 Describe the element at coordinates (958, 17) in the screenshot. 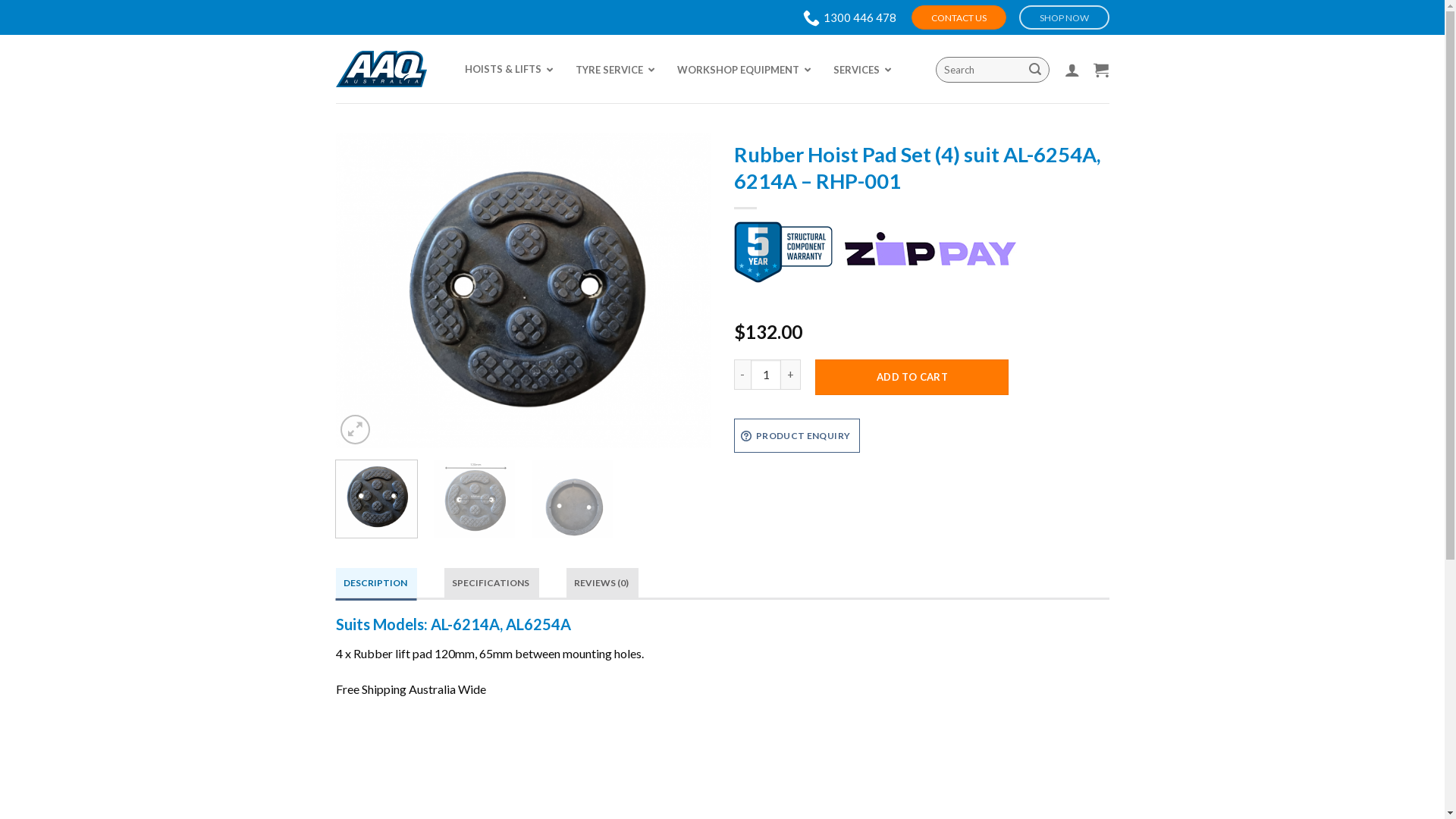

I see `'CONTACT US'` at that location.